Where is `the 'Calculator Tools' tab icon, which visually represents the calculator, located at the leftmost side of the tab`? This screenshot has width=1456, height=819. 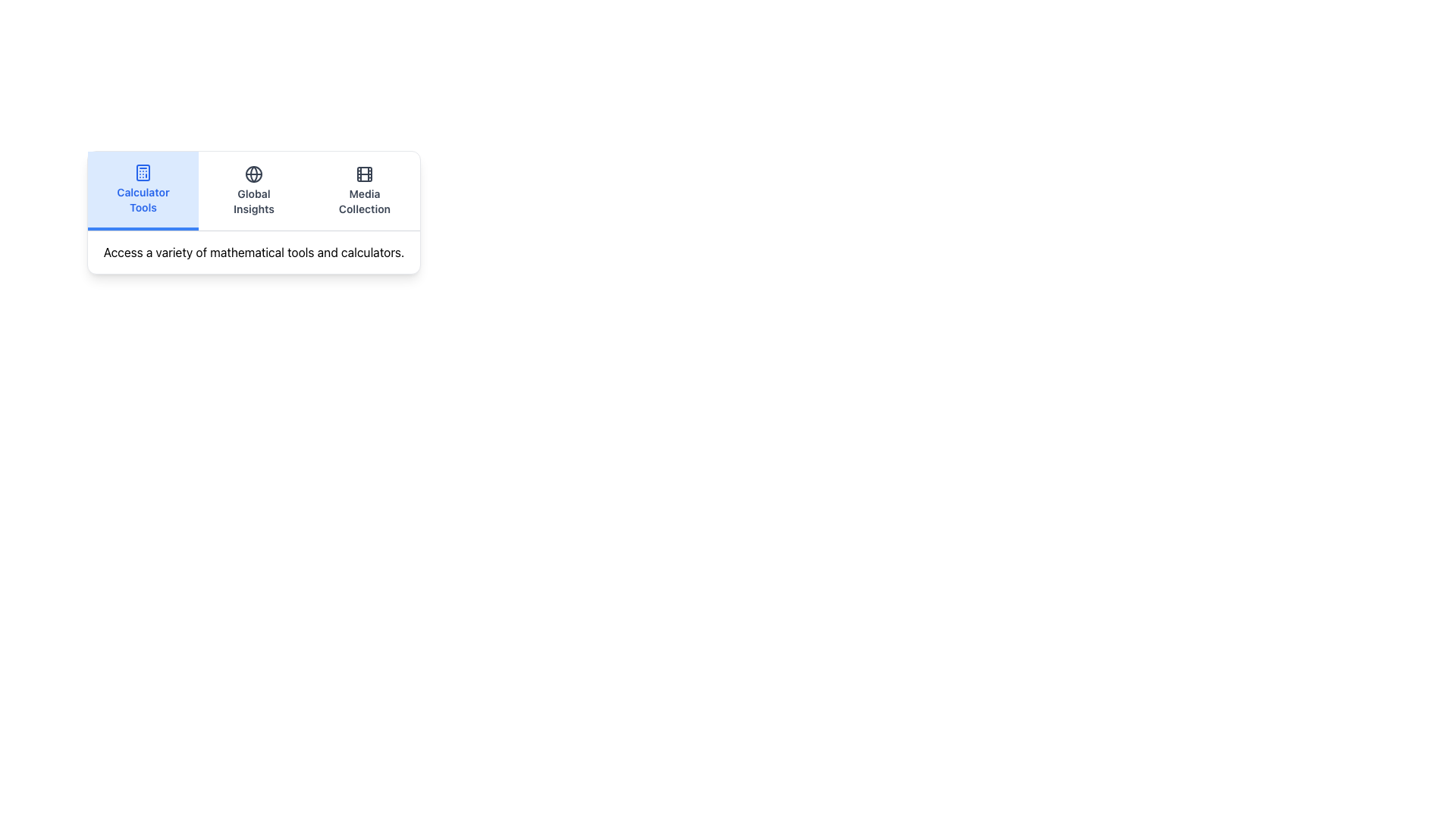
the 'Calculator Tools' tab icon, which visually represents the calculator, located at the leftmost side of the tab is located at coordinates (143, 171).